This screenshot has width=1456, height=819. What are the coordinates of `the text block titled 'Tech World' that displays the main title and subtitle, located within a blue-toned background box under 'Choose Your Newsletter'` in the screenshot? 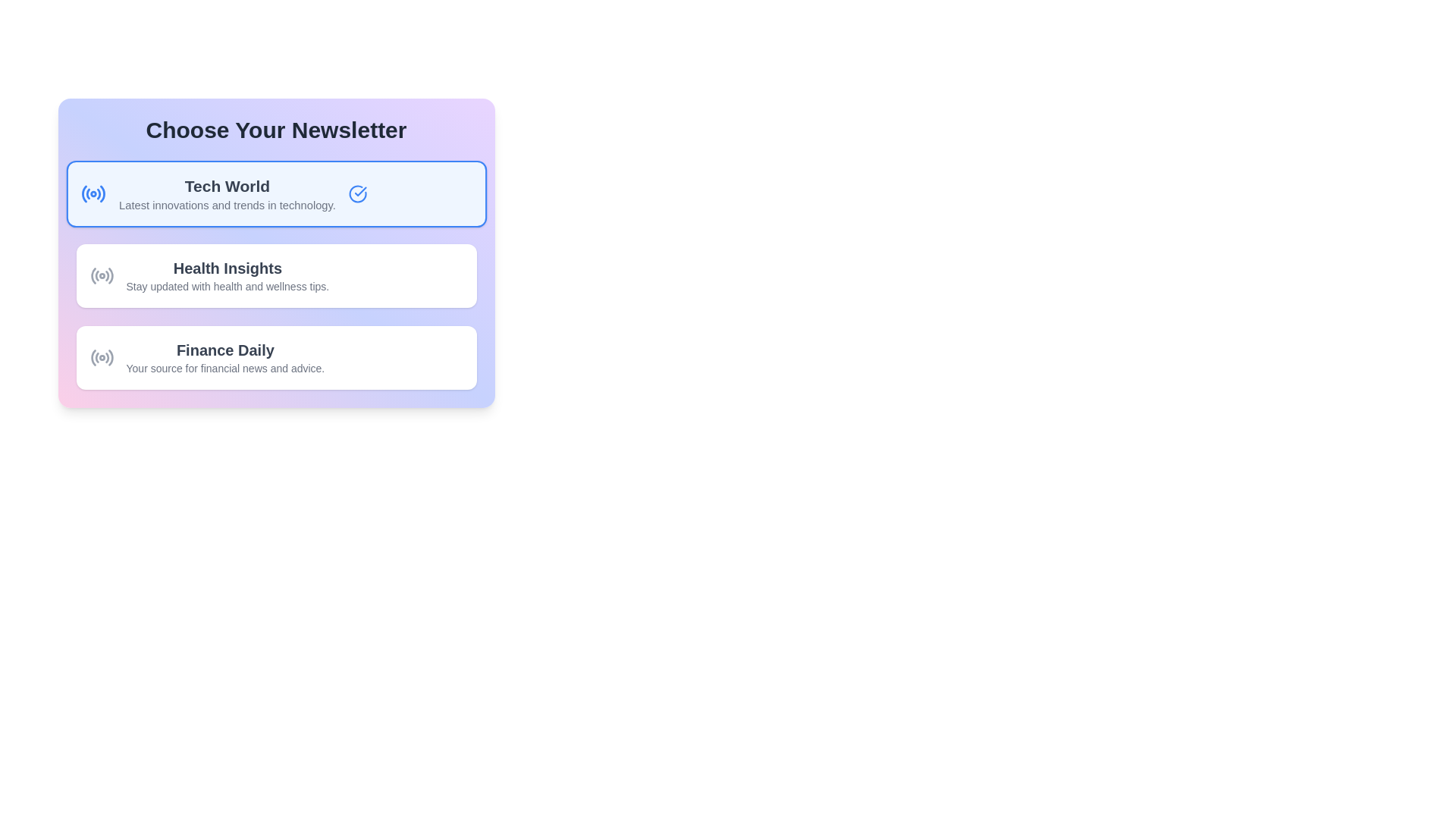 It's located at (226, 193).